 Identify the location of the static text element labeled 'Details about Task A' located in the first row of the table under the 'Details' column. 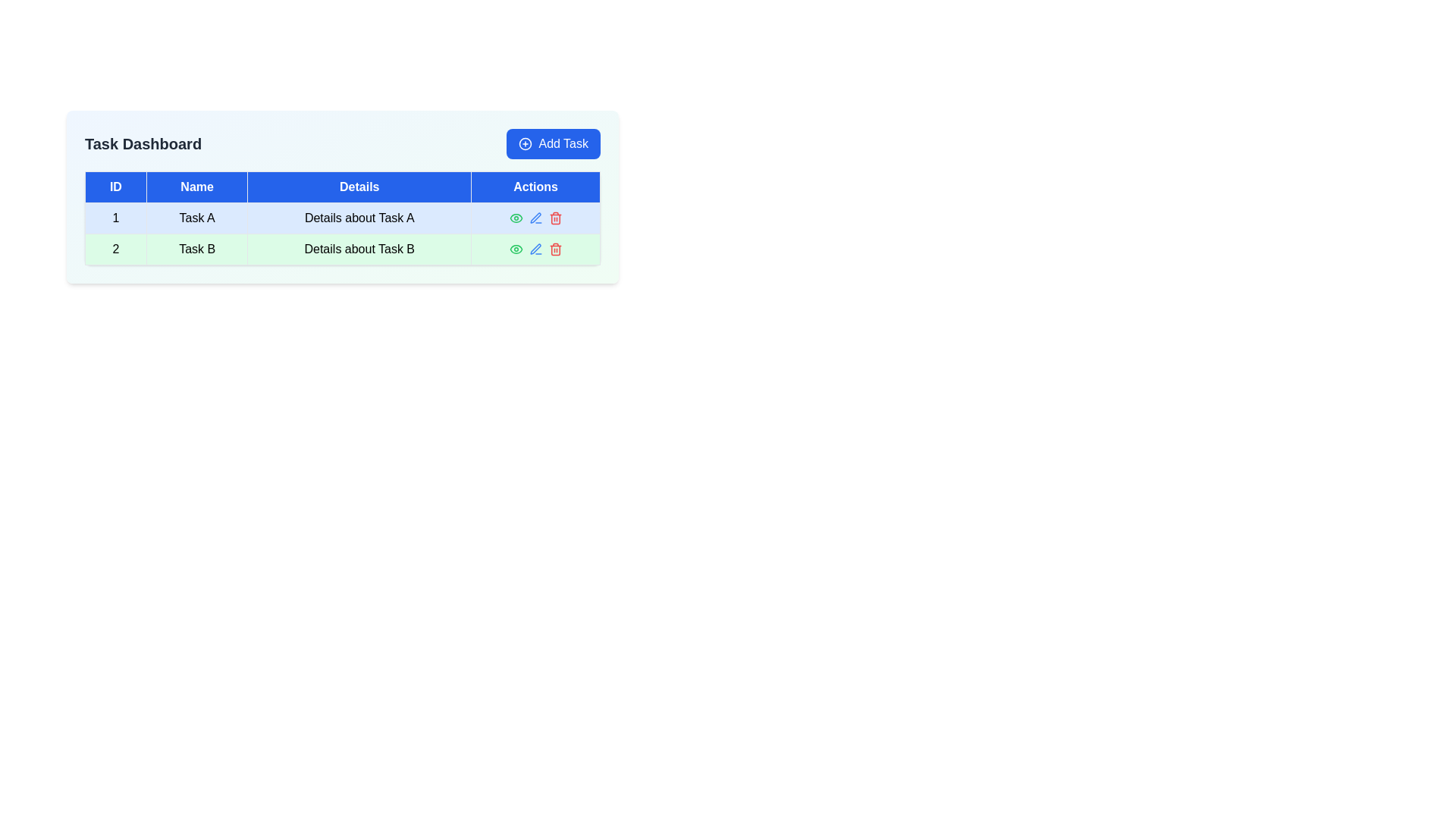
(359, 218).